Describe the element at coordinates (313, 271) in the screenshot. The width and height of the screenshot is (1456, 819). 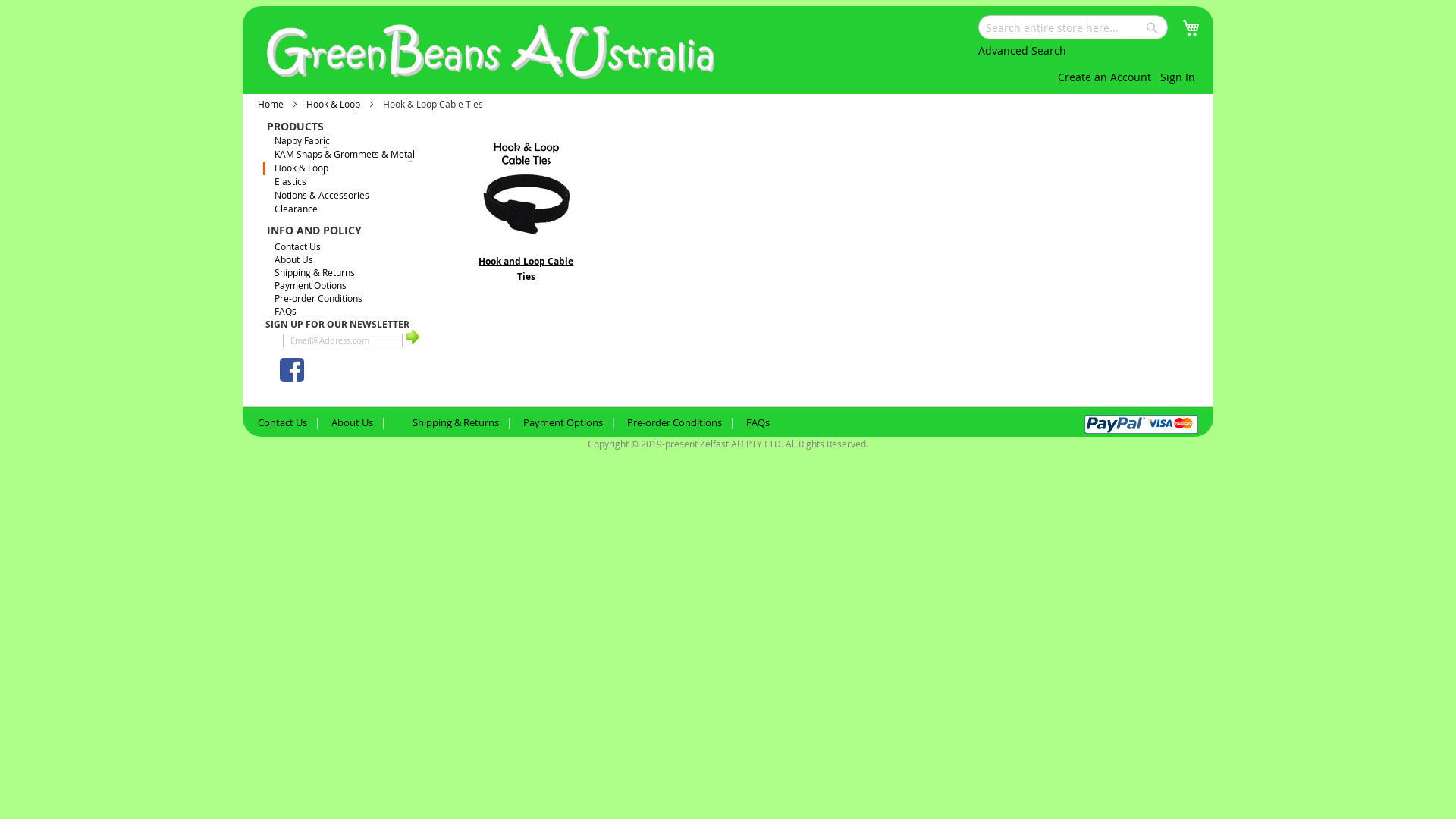
I see `'Shipping & Returns'` at that location.